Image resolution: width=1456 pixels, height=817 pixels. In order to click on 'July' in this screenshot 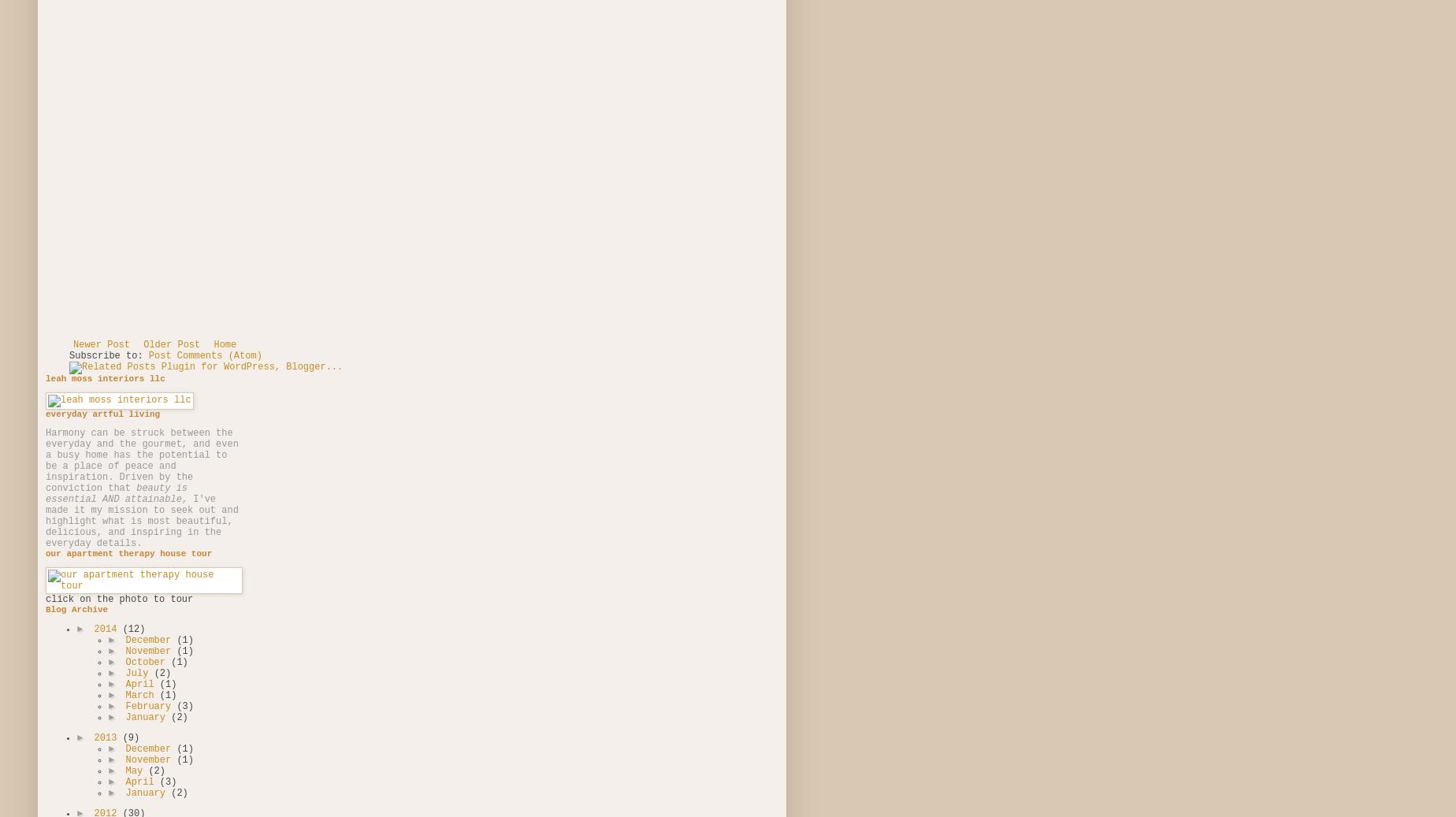, I will do `click(139, 672)`.